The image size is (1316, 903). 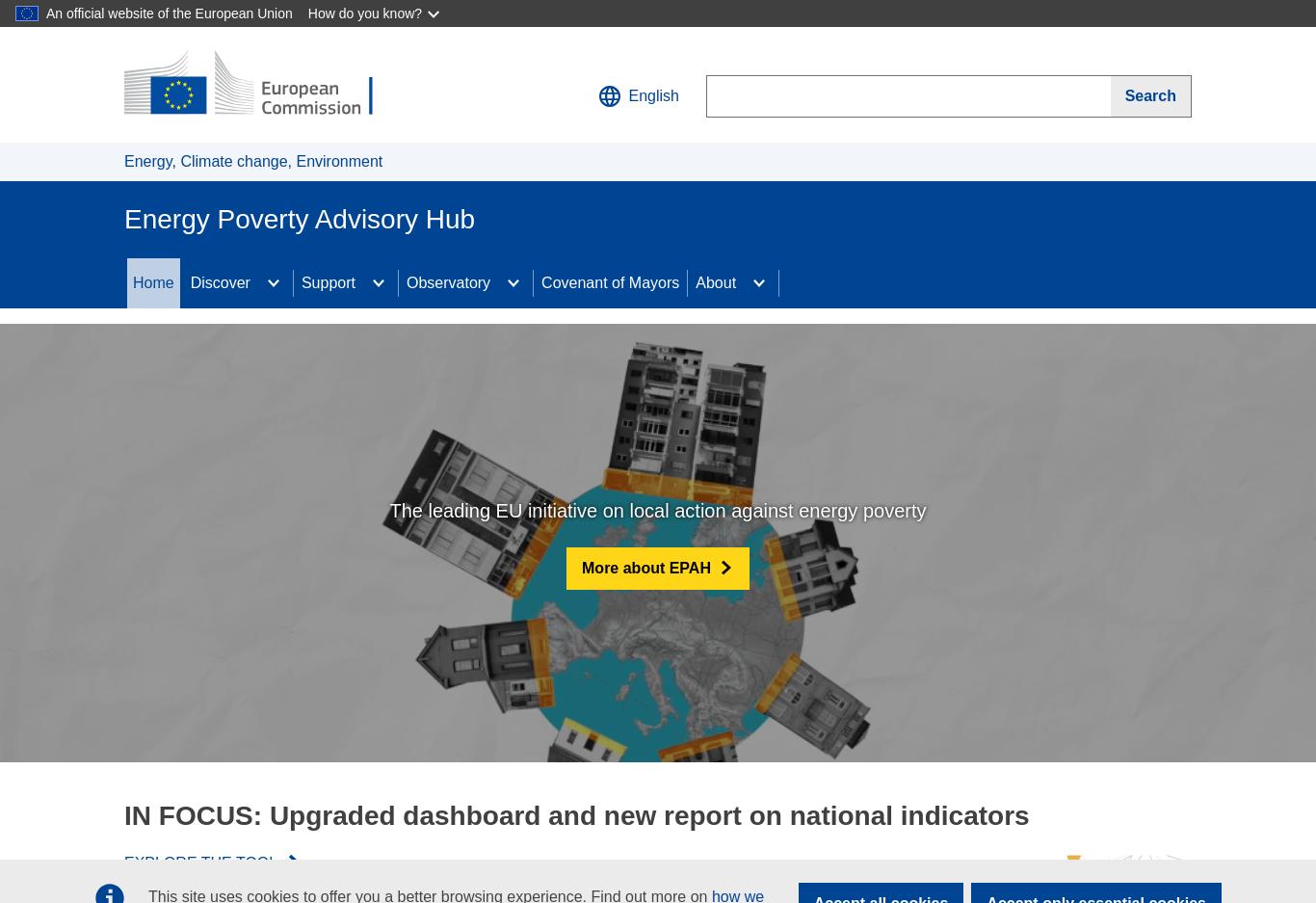 What do you see at coordinates (252, 160) in the screenshot?
I see `'Energy, Climate change, Environment'` at bounding box center [252, 160].